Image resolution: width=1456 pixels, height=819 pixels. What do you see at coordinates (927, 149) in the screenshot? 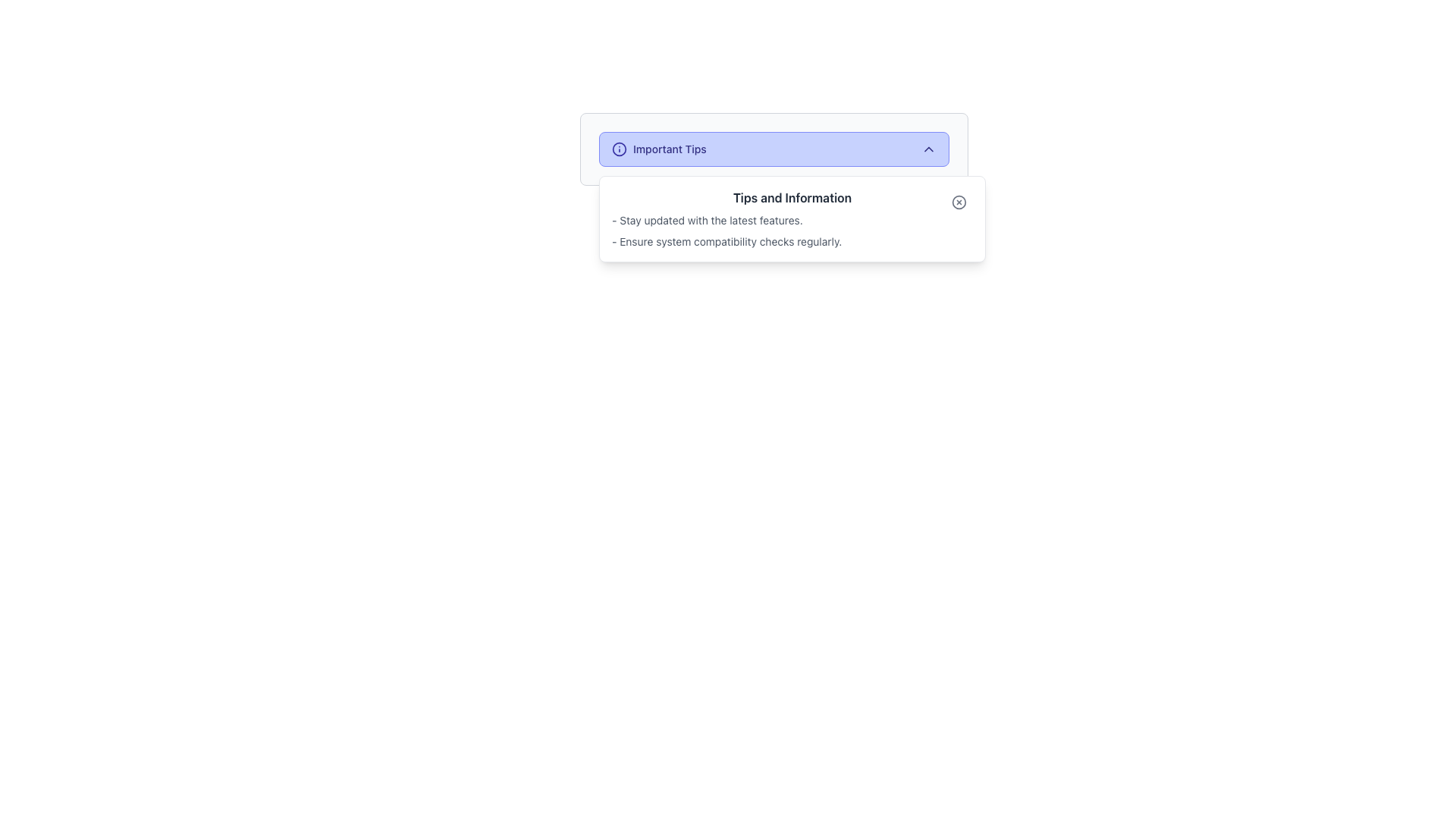
I see `the chevron icon at the far right of the 'Important Tips' collapsible header` at bounding box center [927, 149].